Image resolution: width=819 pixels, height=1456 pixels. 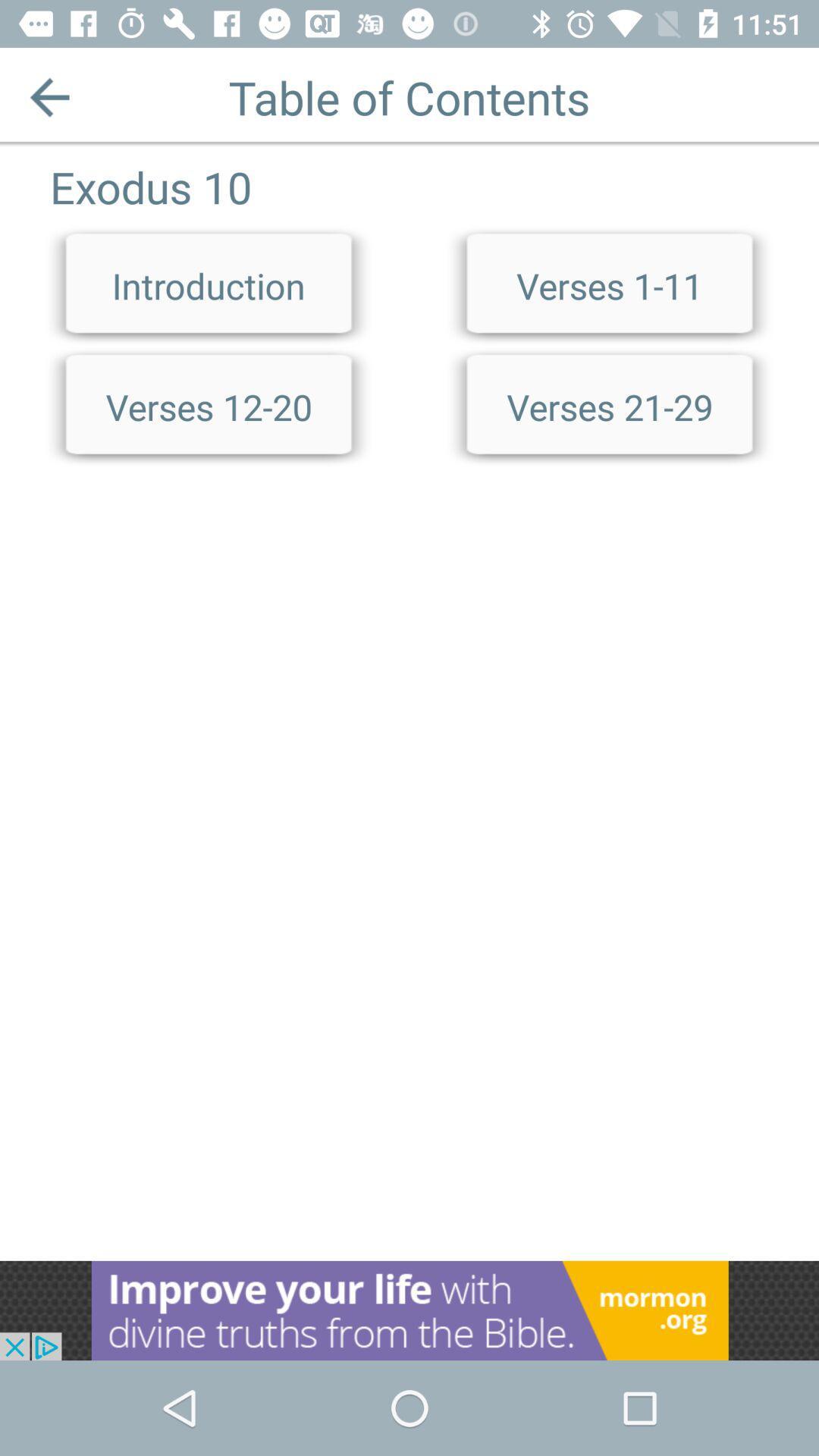 What do you see at coordinates (409, 1310) in the screenshot?
I see `open advertisement` at bounding box center [409, 1310].